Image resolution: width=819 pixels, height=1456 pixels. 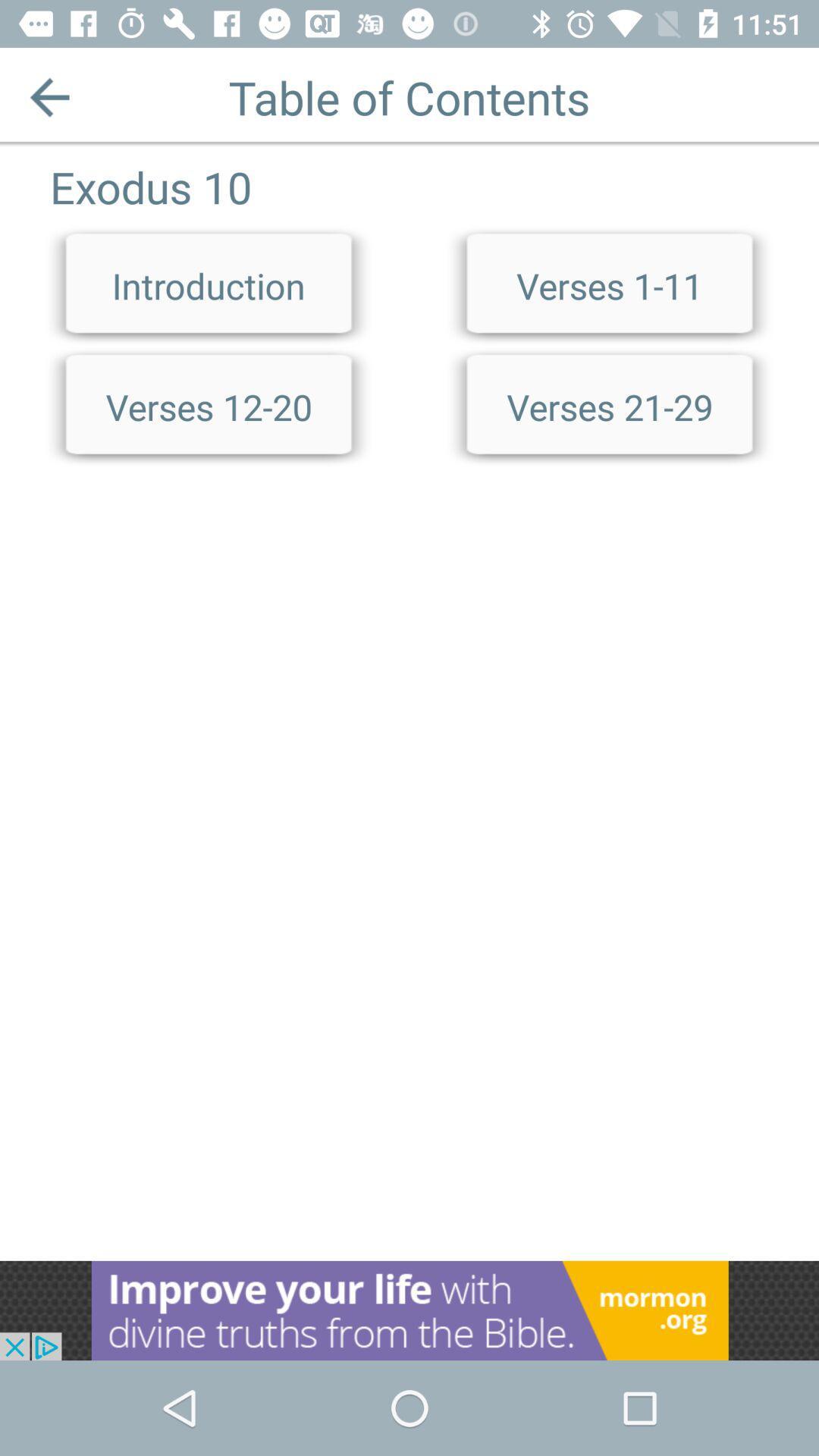 What do you see at coordinates (409, 1310) in the screenshot?
I see `open advertisement` at bounding box center [409, 1310].